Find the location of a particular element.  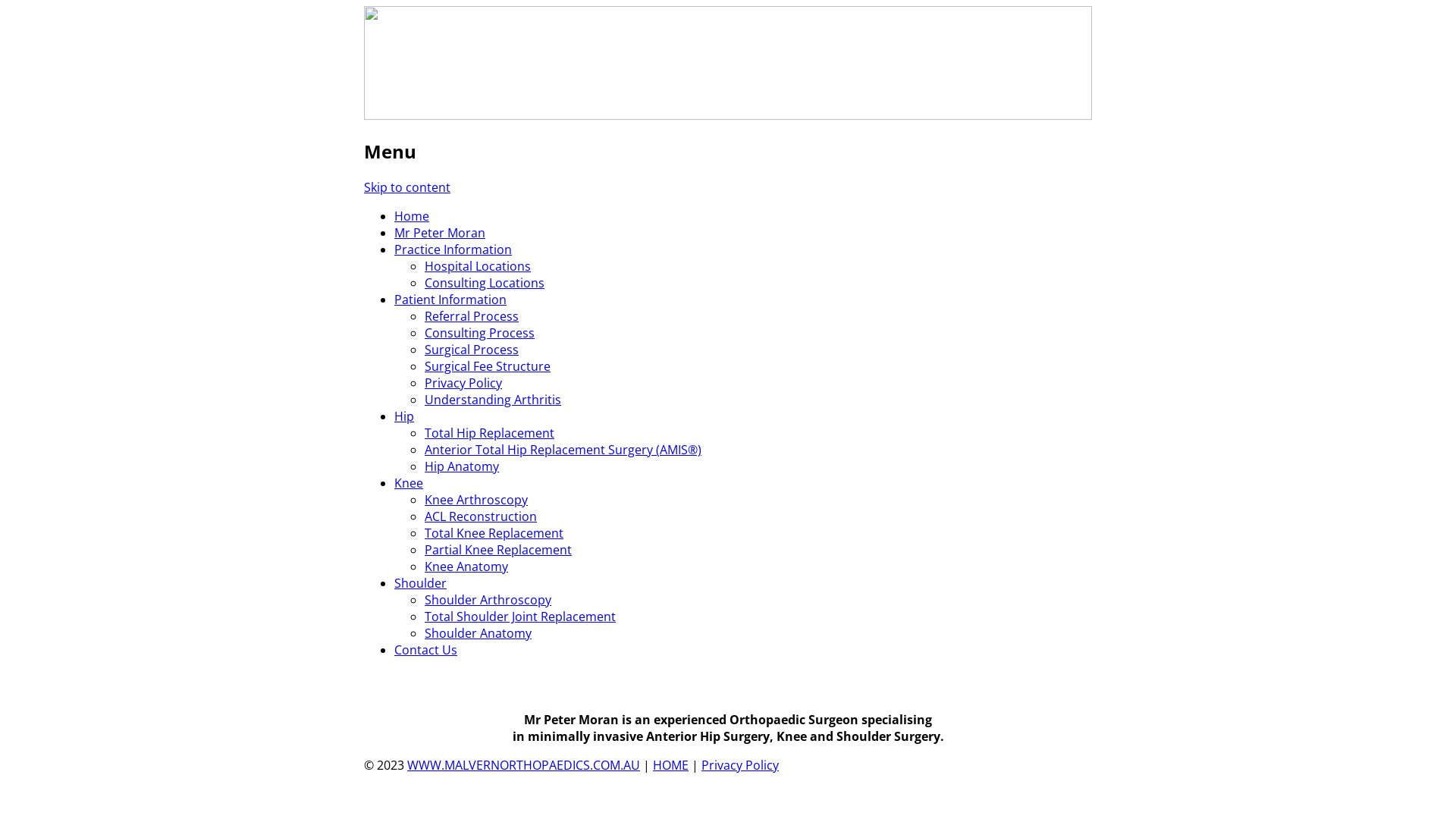

'Home' is located at coordinates (394, 216).